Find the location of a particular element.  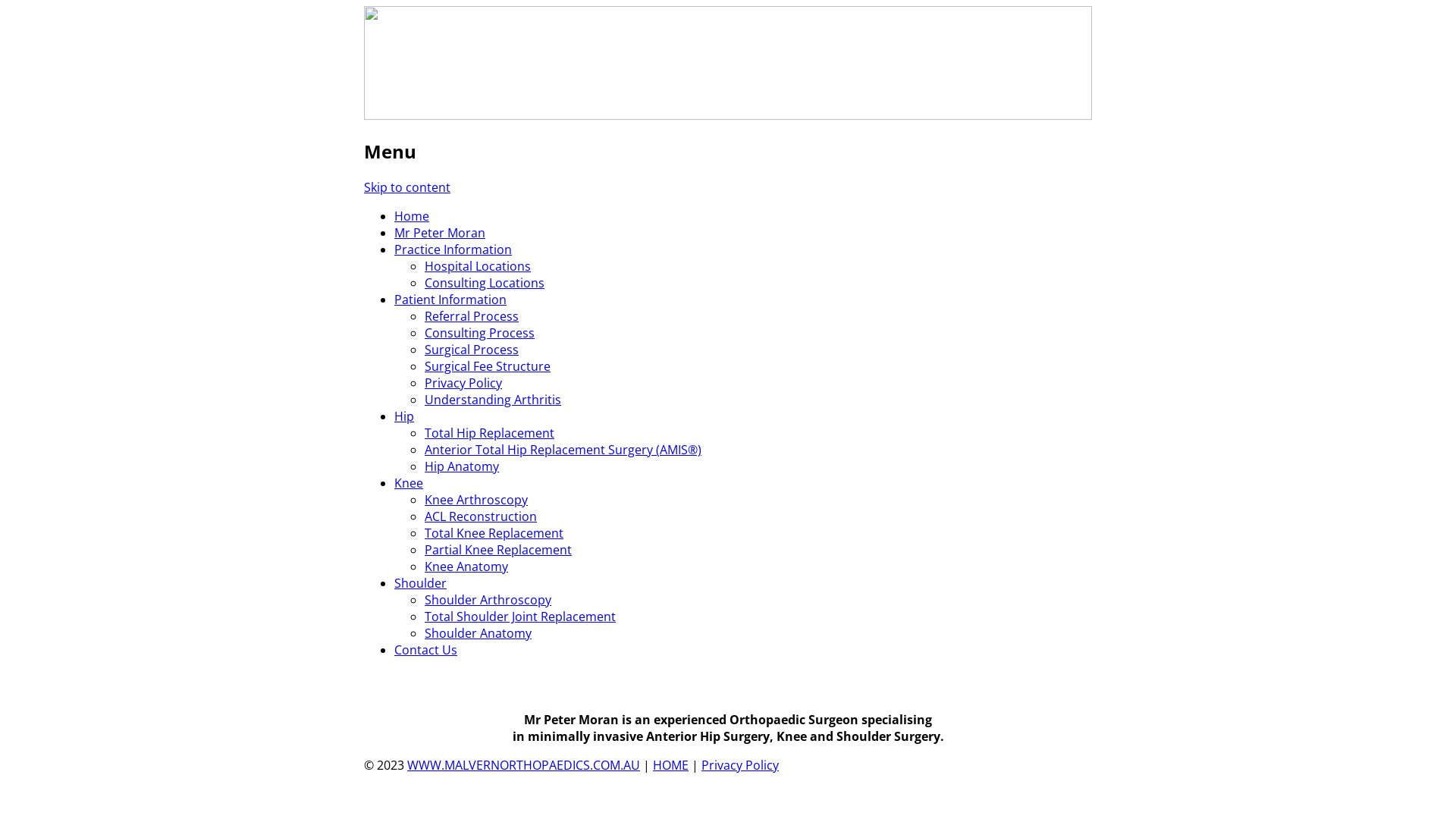

'Home' is located at coordinates (394, 216).